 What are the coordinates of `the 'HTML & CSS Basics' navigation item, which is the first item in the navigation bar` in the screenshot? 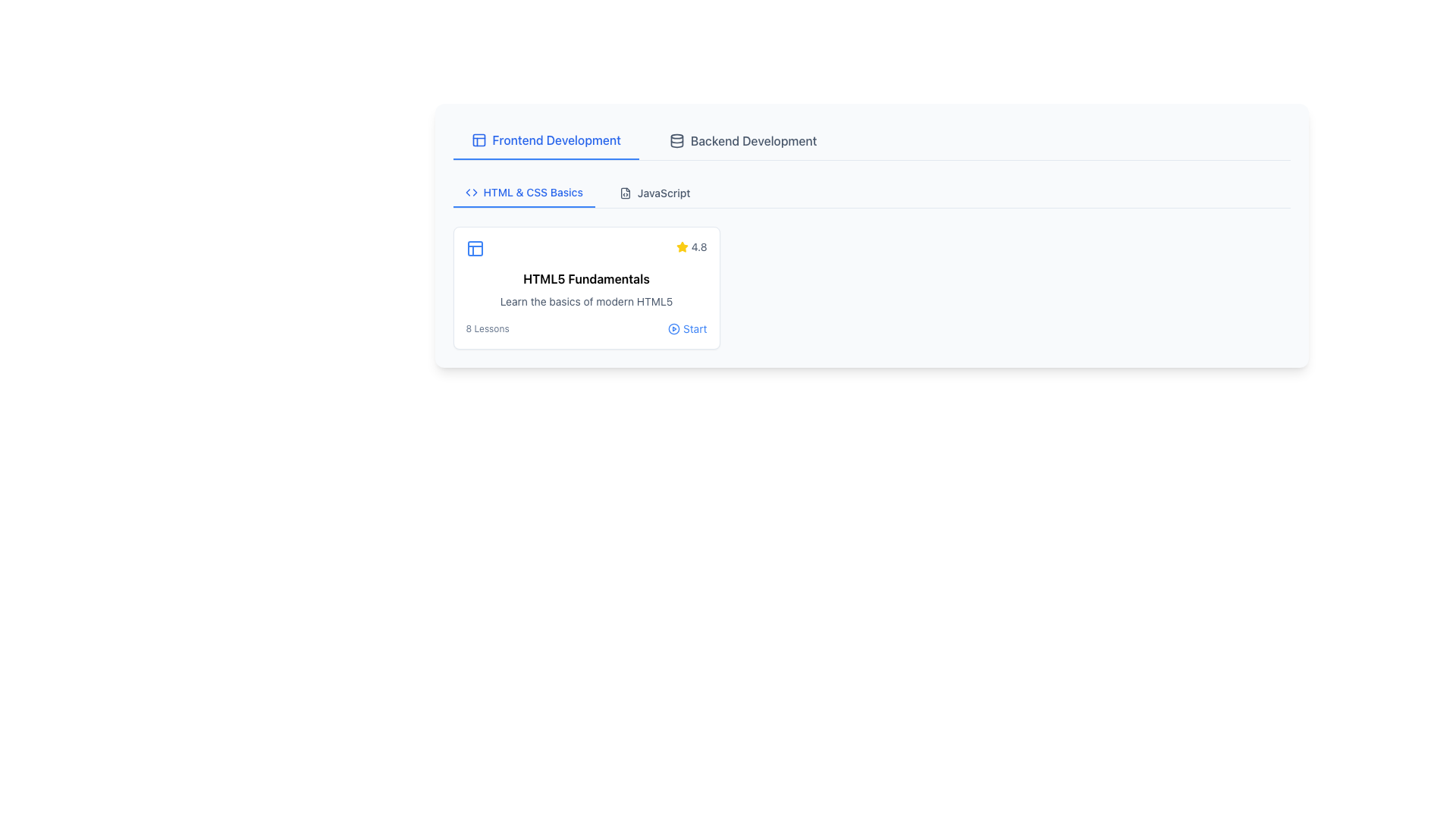 It's located at (524, 192).